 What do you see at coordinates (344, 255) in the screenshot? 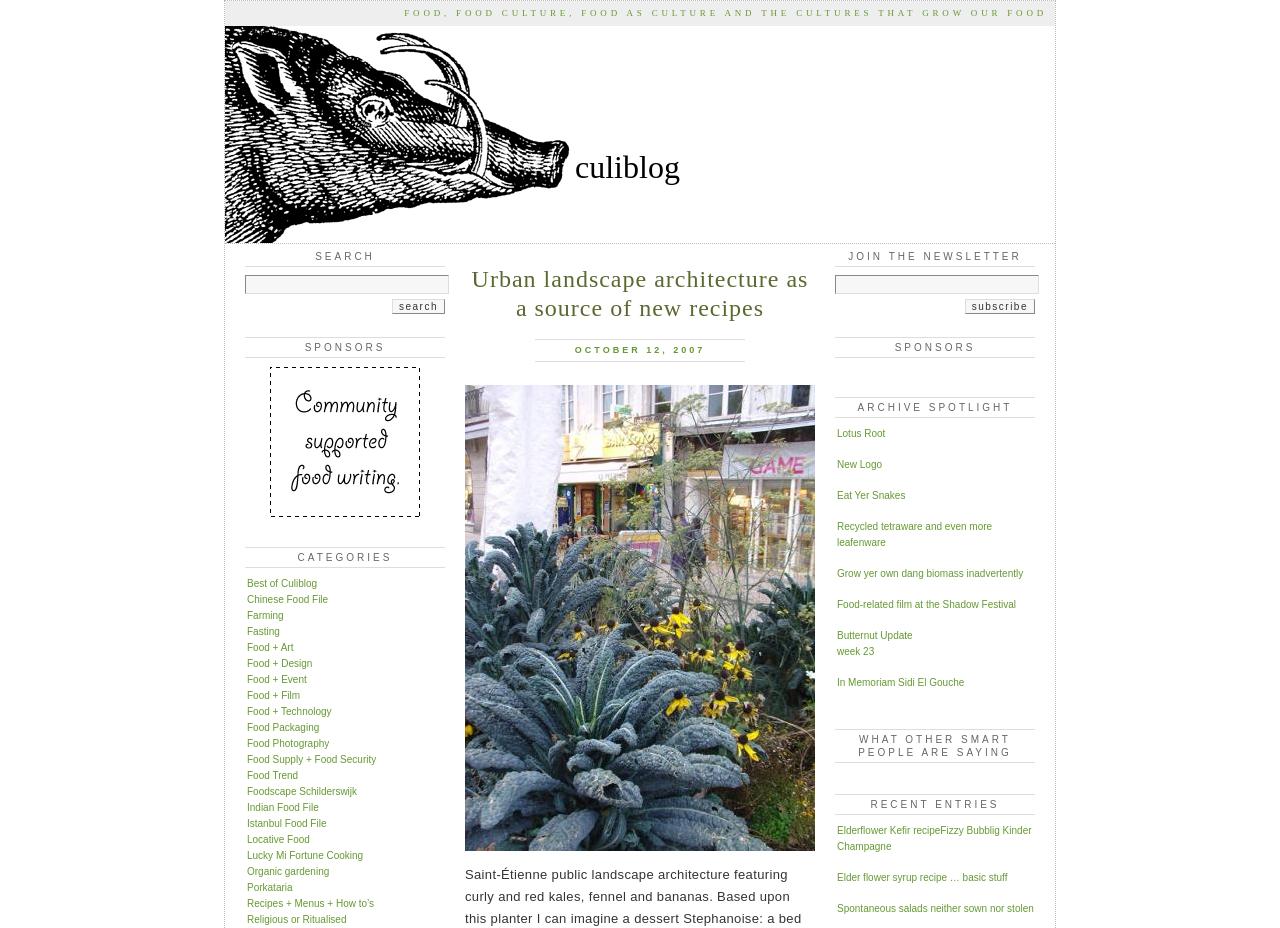
I see `'Search'` at bounding box center [344, 255].